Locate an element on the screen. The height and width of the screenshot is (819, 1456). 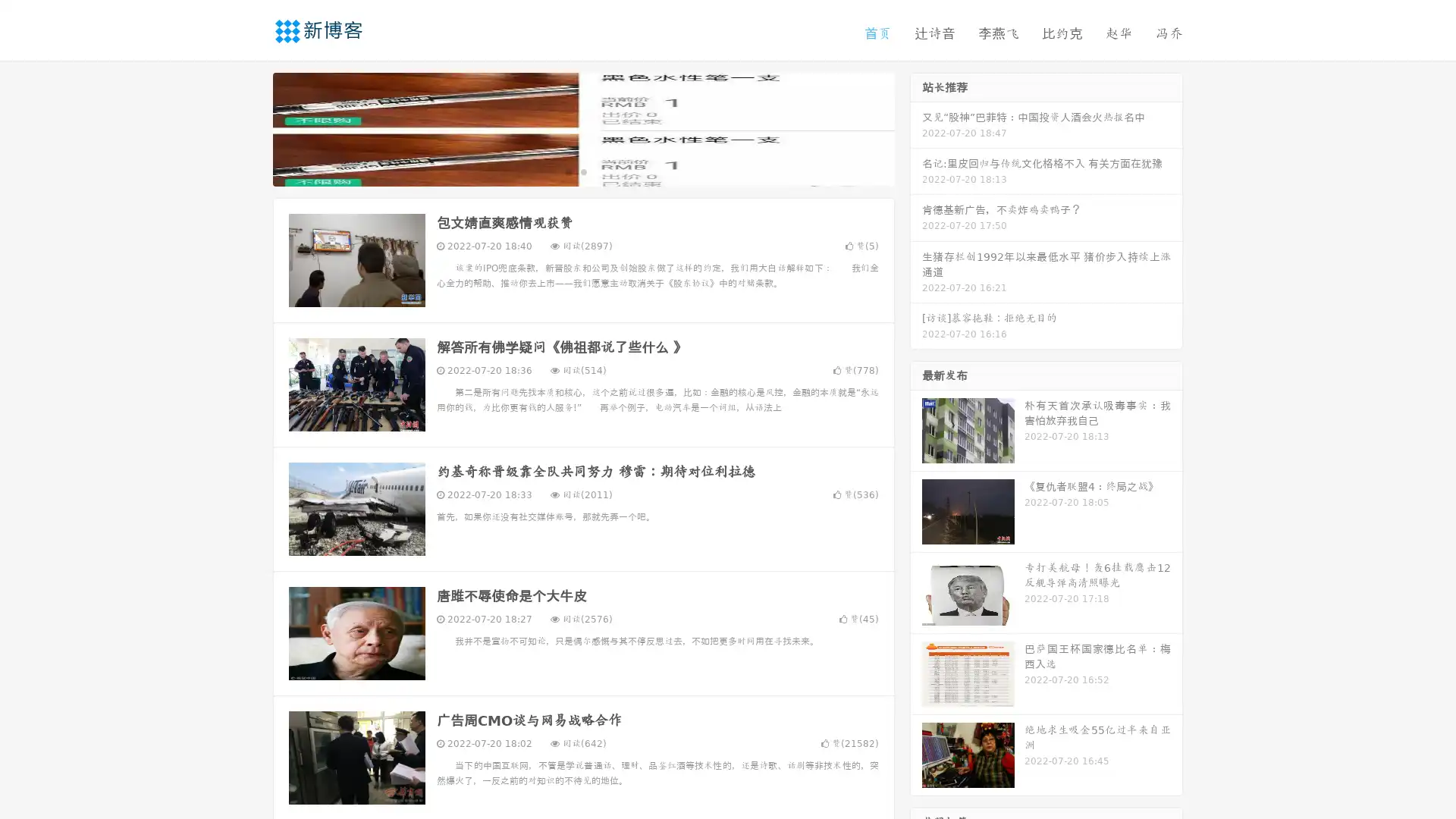
Go to slide 1 is located at coordinates (567, 171).